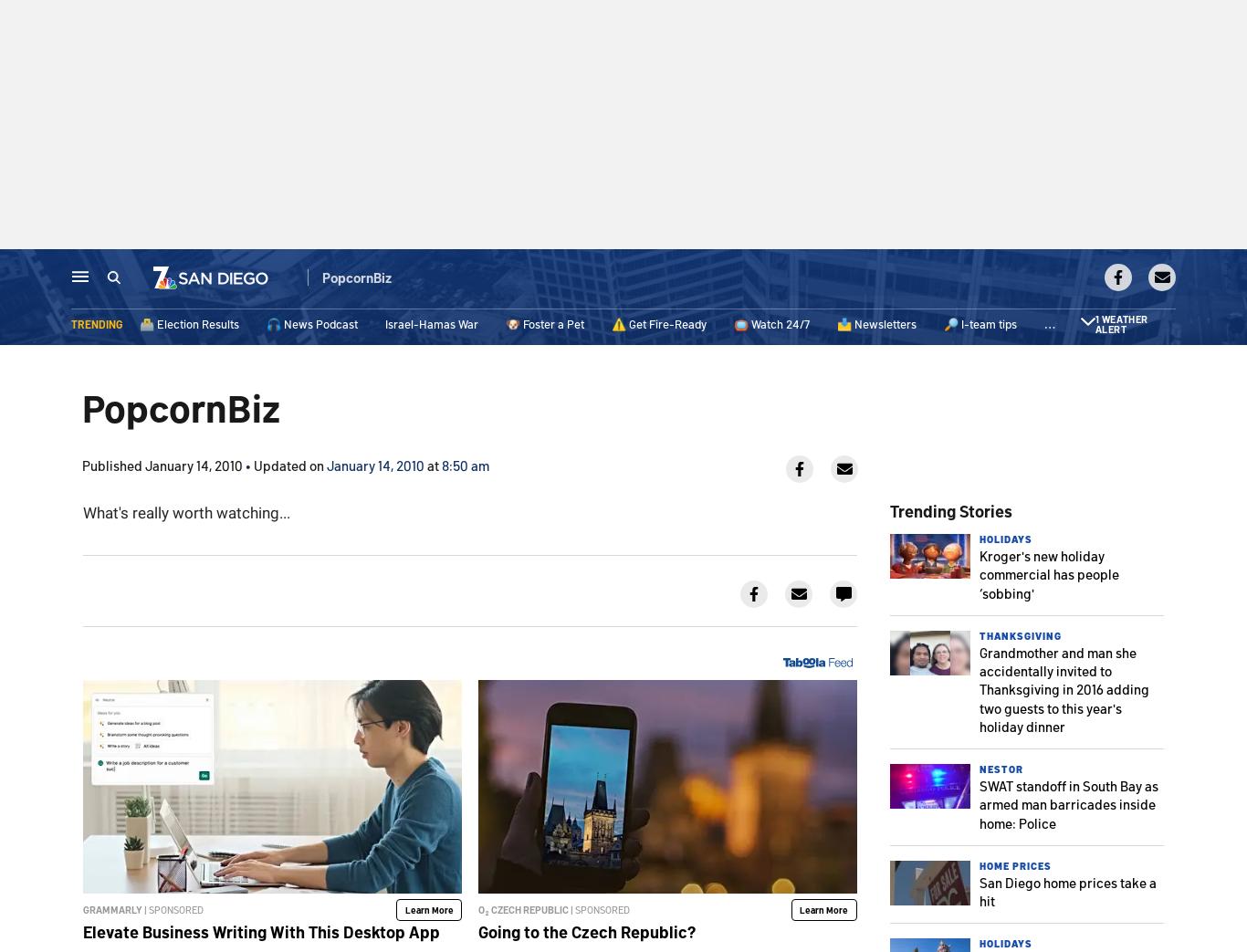  I want to click on 'Israel-Hamas War', so click(432, 325).